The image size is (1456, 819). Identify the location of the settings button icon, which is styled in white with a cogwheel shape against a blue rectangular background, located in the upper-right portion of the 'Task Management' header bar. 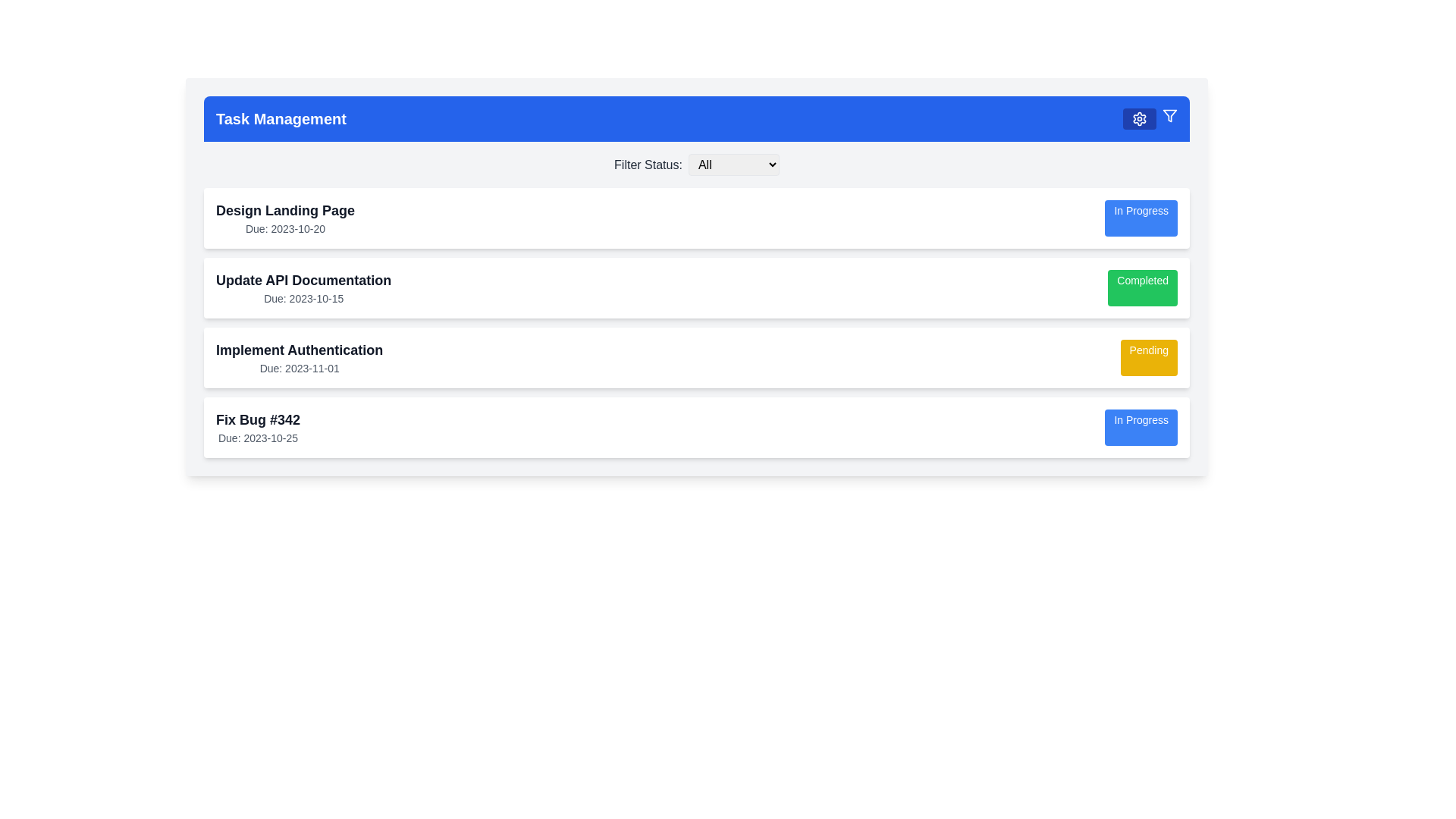
(1150, 118).